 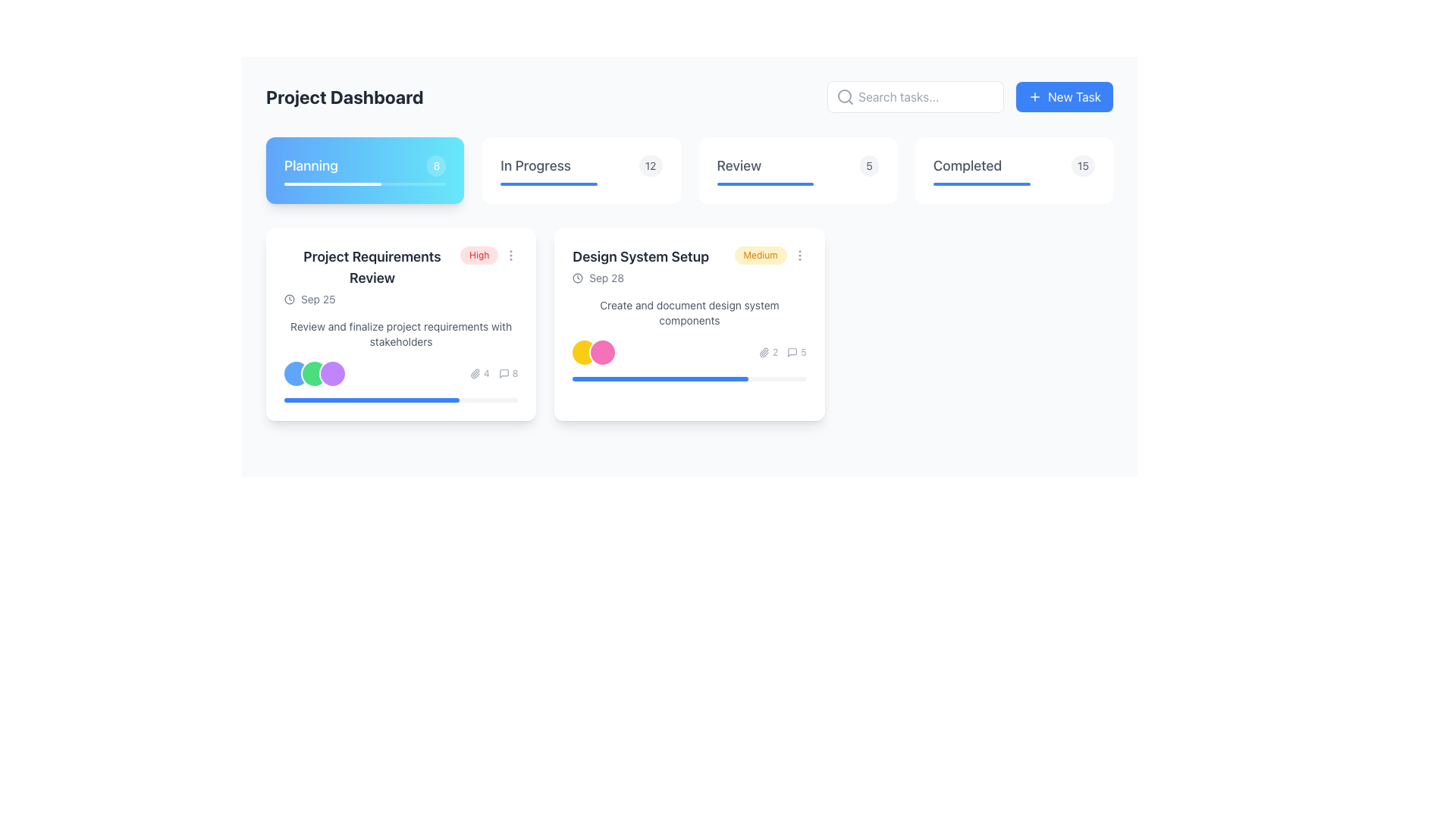 What do you see at coordinates (689, 265) in the screenshot?
I see `text information from the Task summary header titled 'Design System Setup' located in the top right quadrant of the card, which includes the date 'Sep 28' and the difficulty level badge 'Medium'` at bounding box center [689, 265].